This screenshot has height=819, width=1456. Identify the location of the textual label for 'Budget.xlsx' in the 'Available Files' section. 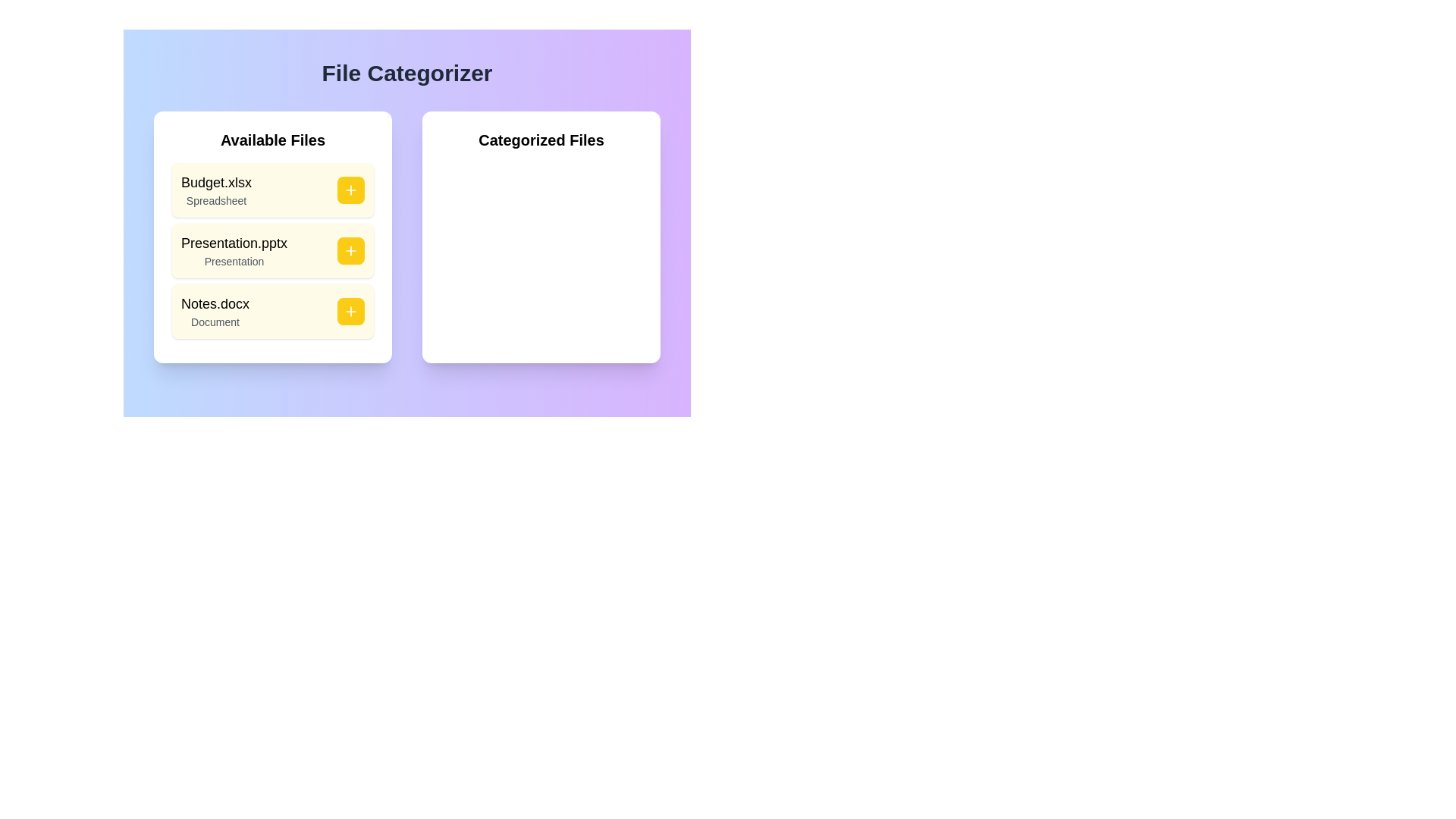
(215, 189).